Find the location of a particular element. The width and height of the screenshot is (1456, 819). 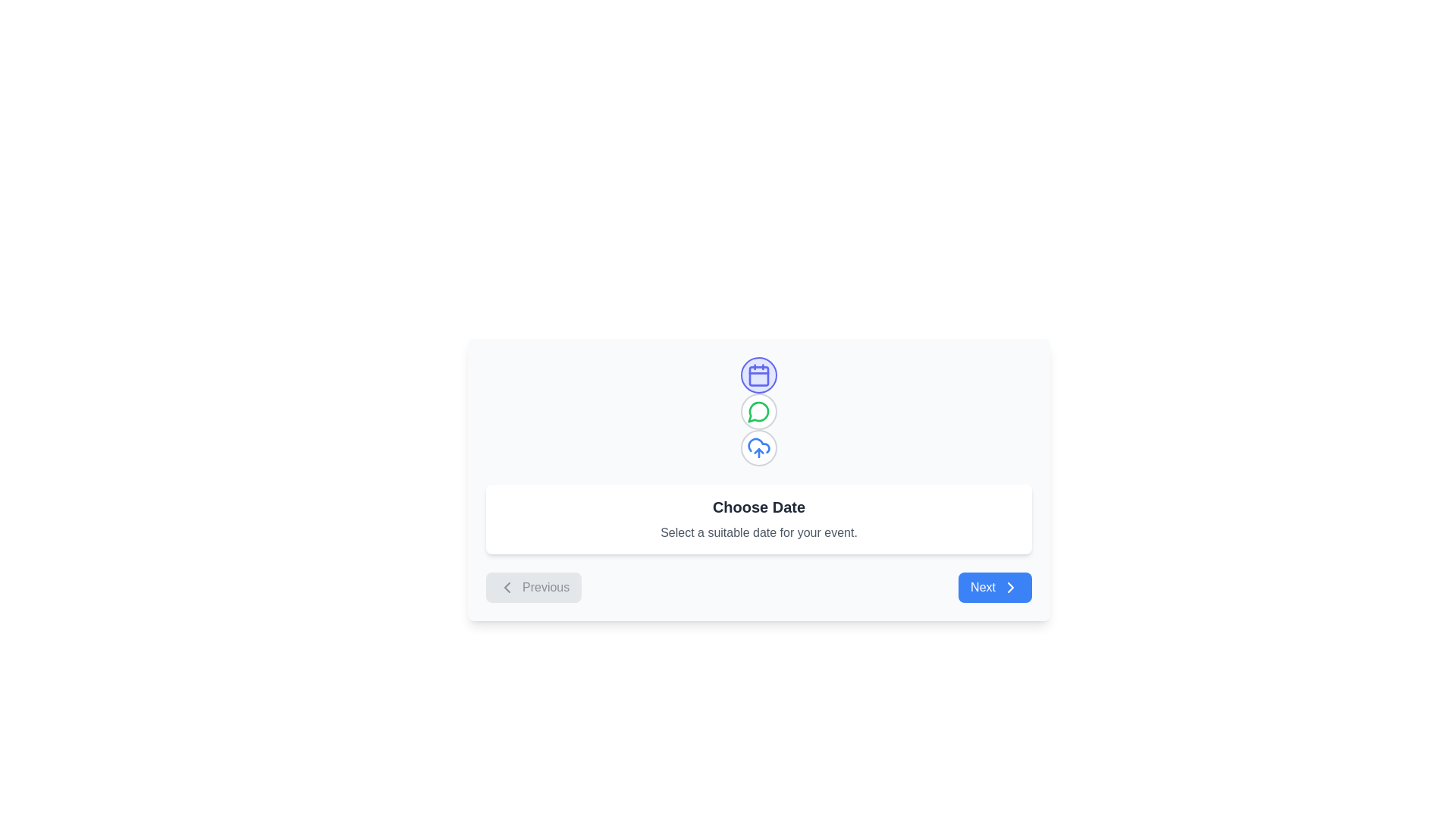

the middle circular button in the vertical stack is located at coordinates (759, 412).